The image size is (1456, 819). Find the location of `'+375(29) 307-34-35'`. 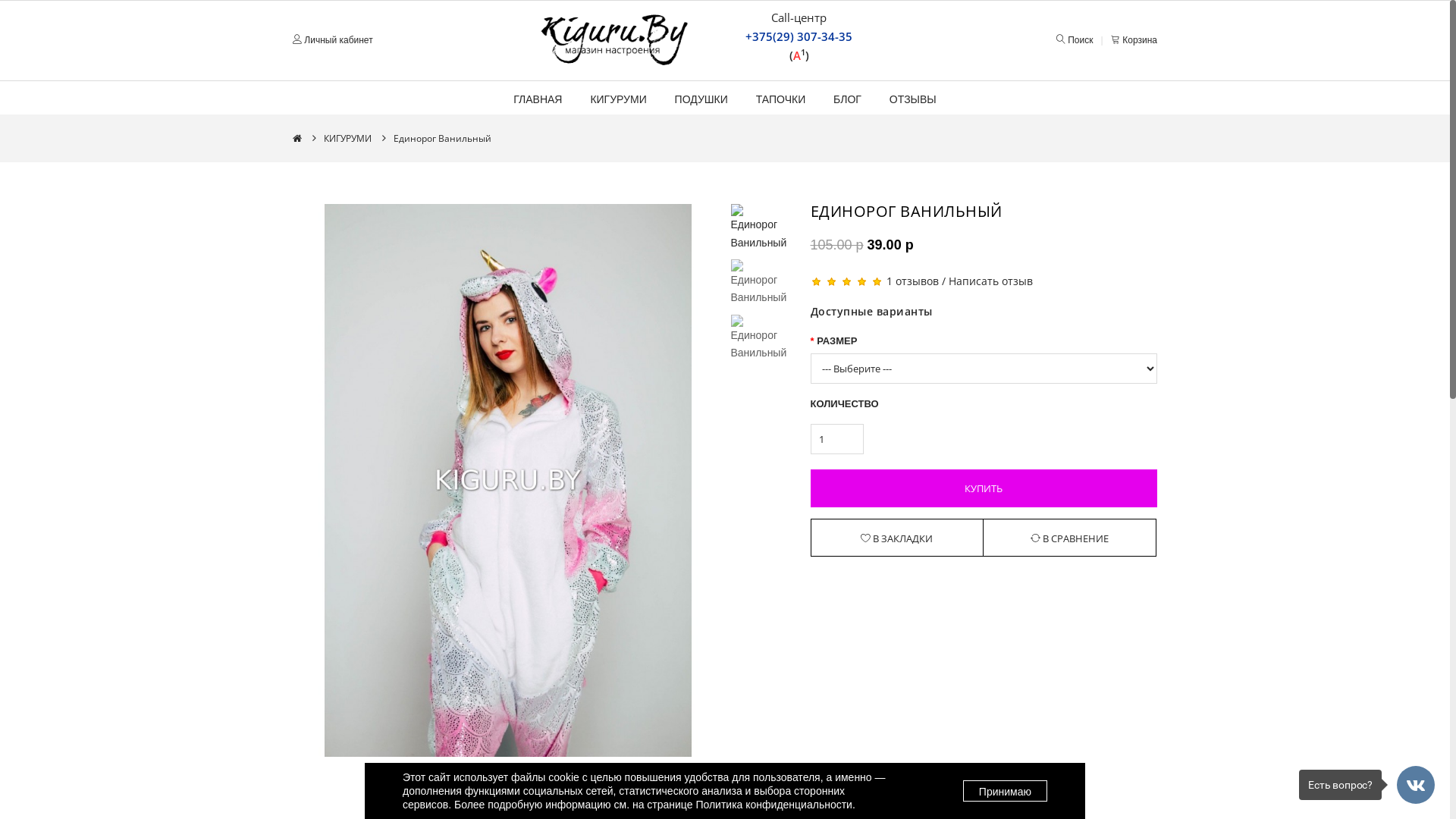

'+375(29) 307-34-35' is located at coordinates (798, 35).